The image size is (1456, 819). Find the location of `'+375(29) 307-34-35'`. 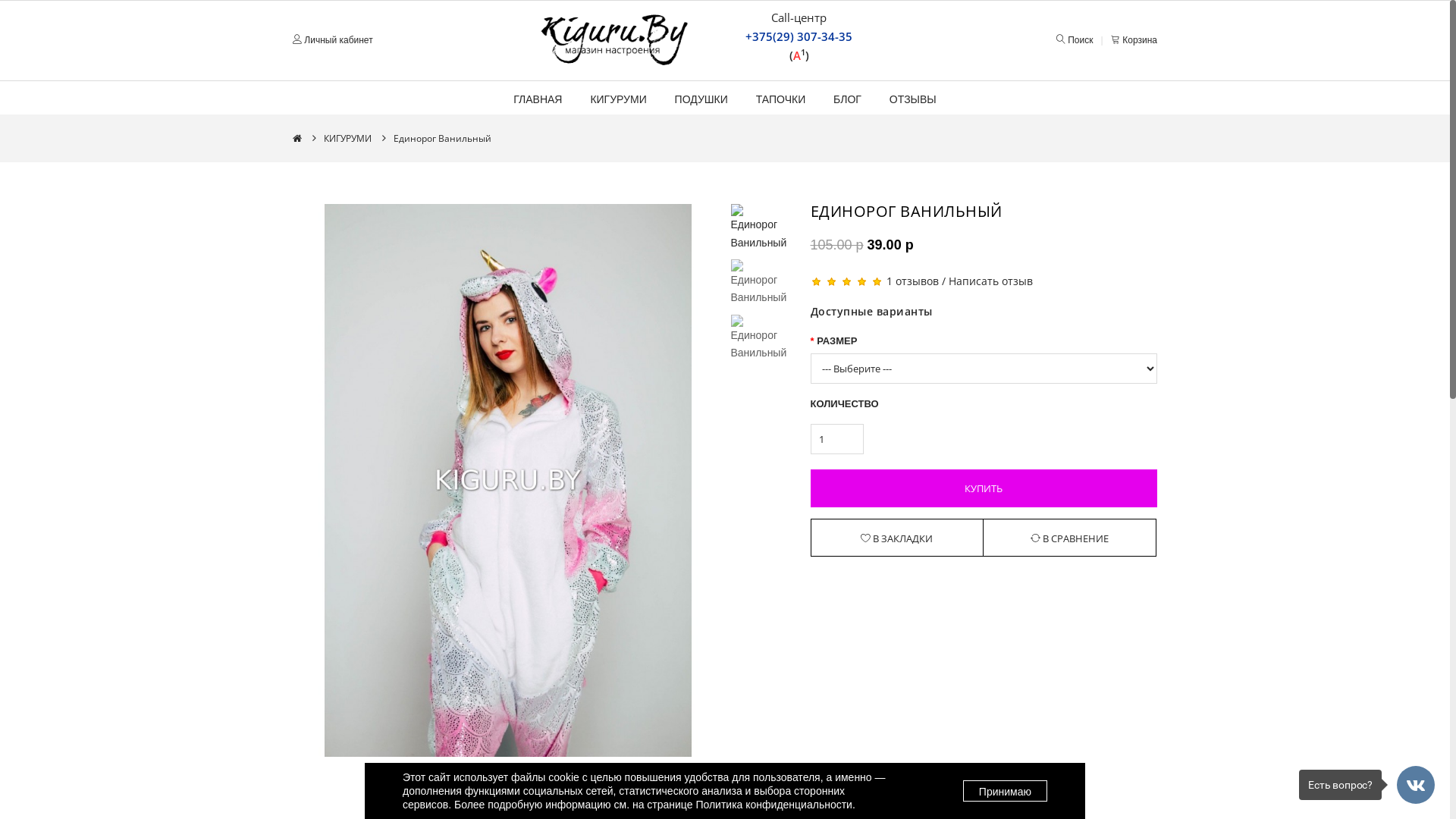

'+375(29) 307-34-35' is located at coordinates (798, 35).